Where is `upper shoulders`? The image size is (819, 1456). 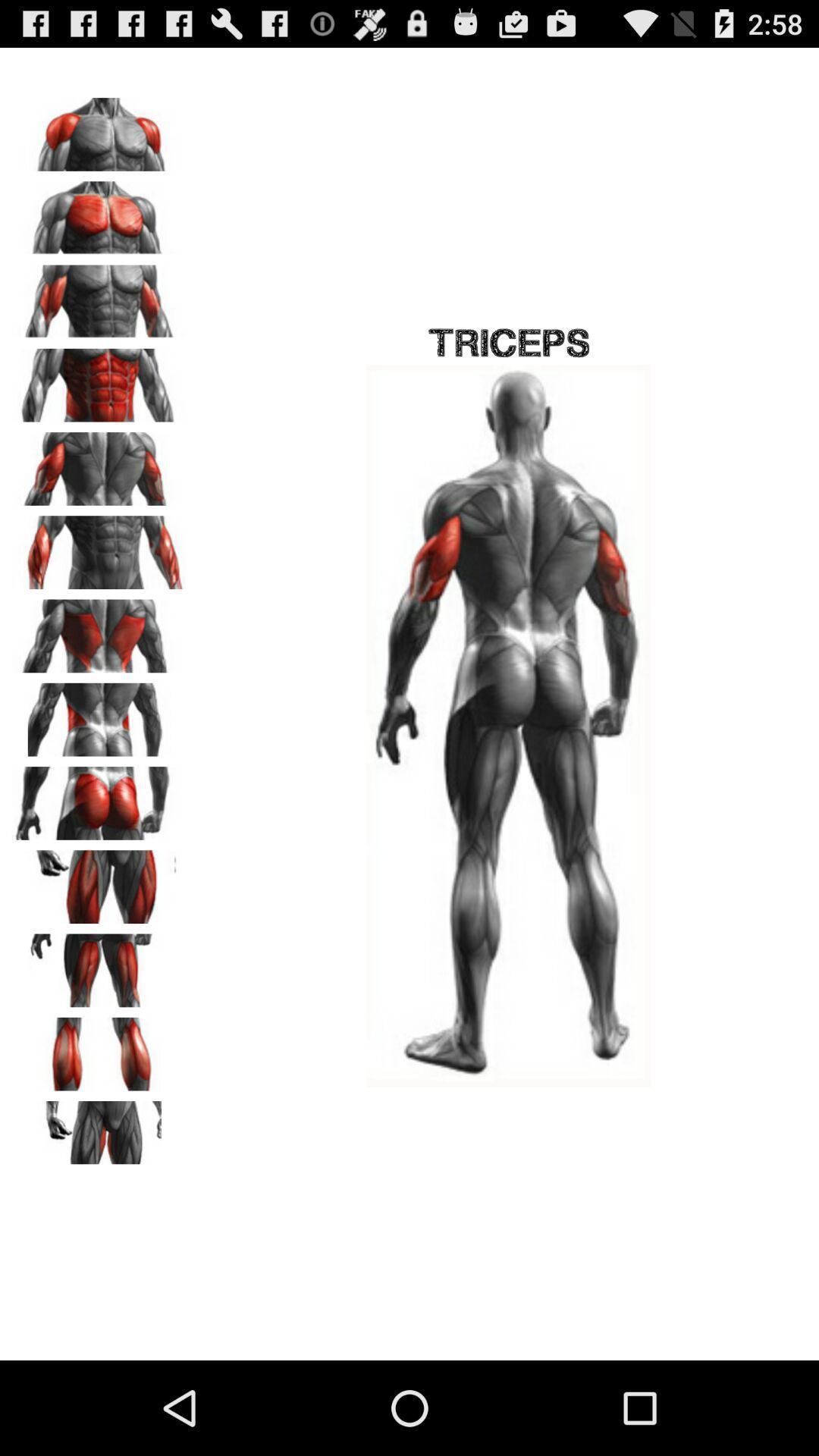 upper shoulders is located at coordinates (99, 129).